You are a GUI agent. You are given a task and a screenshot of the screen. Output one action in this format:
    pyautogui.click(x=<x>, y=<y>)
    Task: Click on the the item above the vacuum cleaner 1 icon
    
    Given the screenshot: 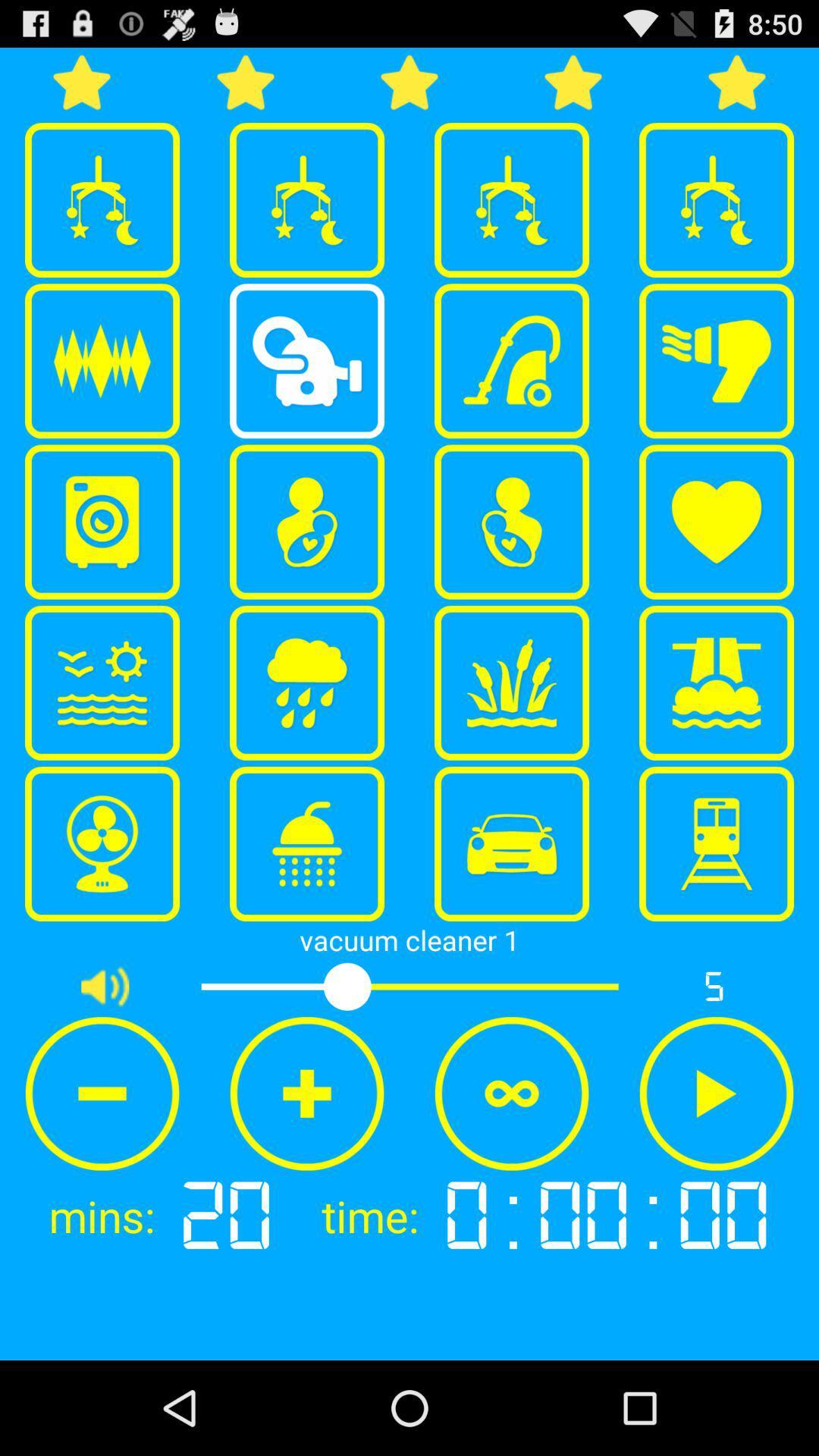 What is the action you would take?
    pyautogui.click(x=717, y=843)
    